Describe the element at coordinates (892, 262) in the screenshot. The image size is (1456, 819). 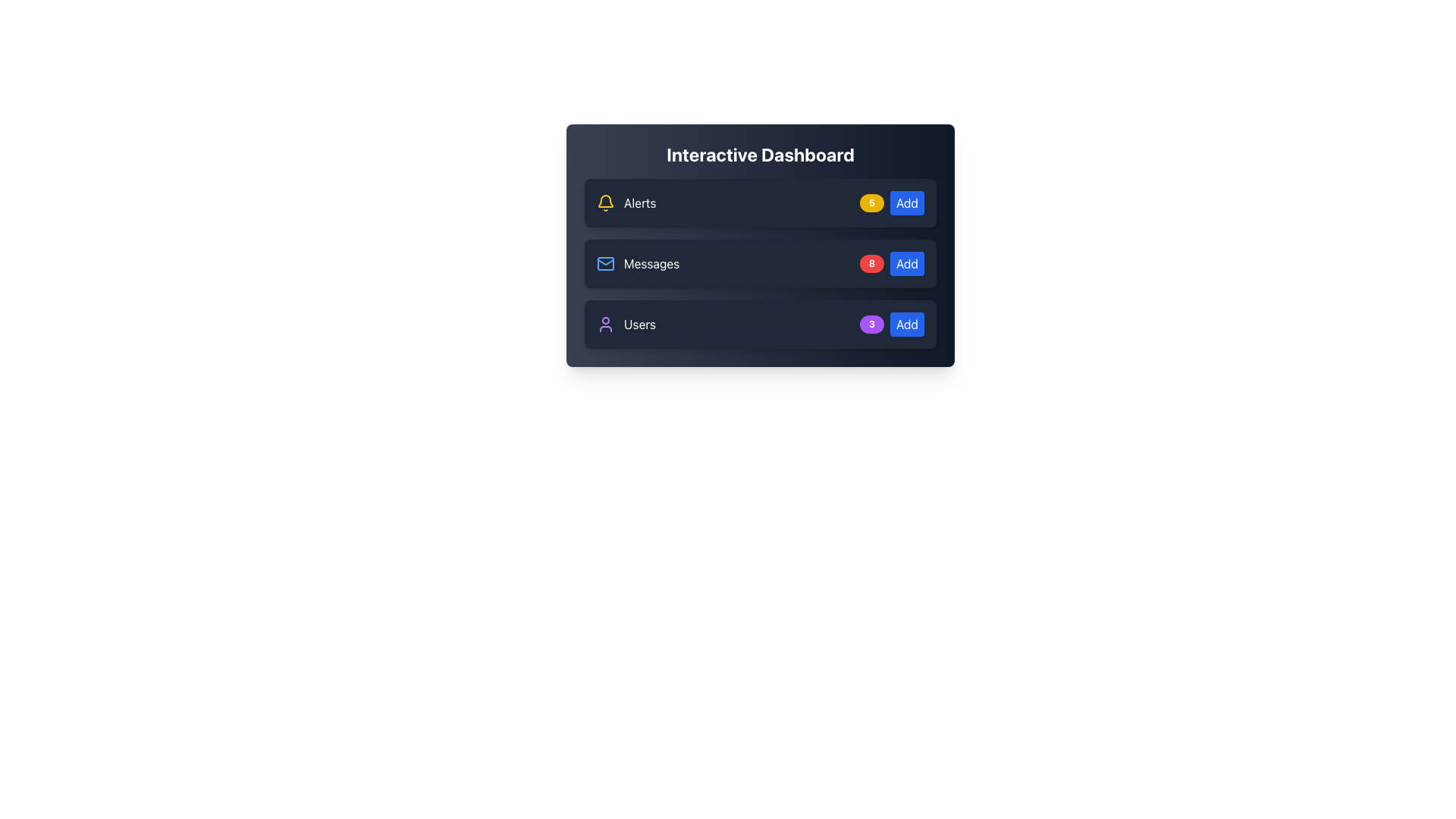
I see `the blue button labeled 'Add' located next to the red badge with the number '8' in the second row of the 'Interactive Dashboard' card` at that location.